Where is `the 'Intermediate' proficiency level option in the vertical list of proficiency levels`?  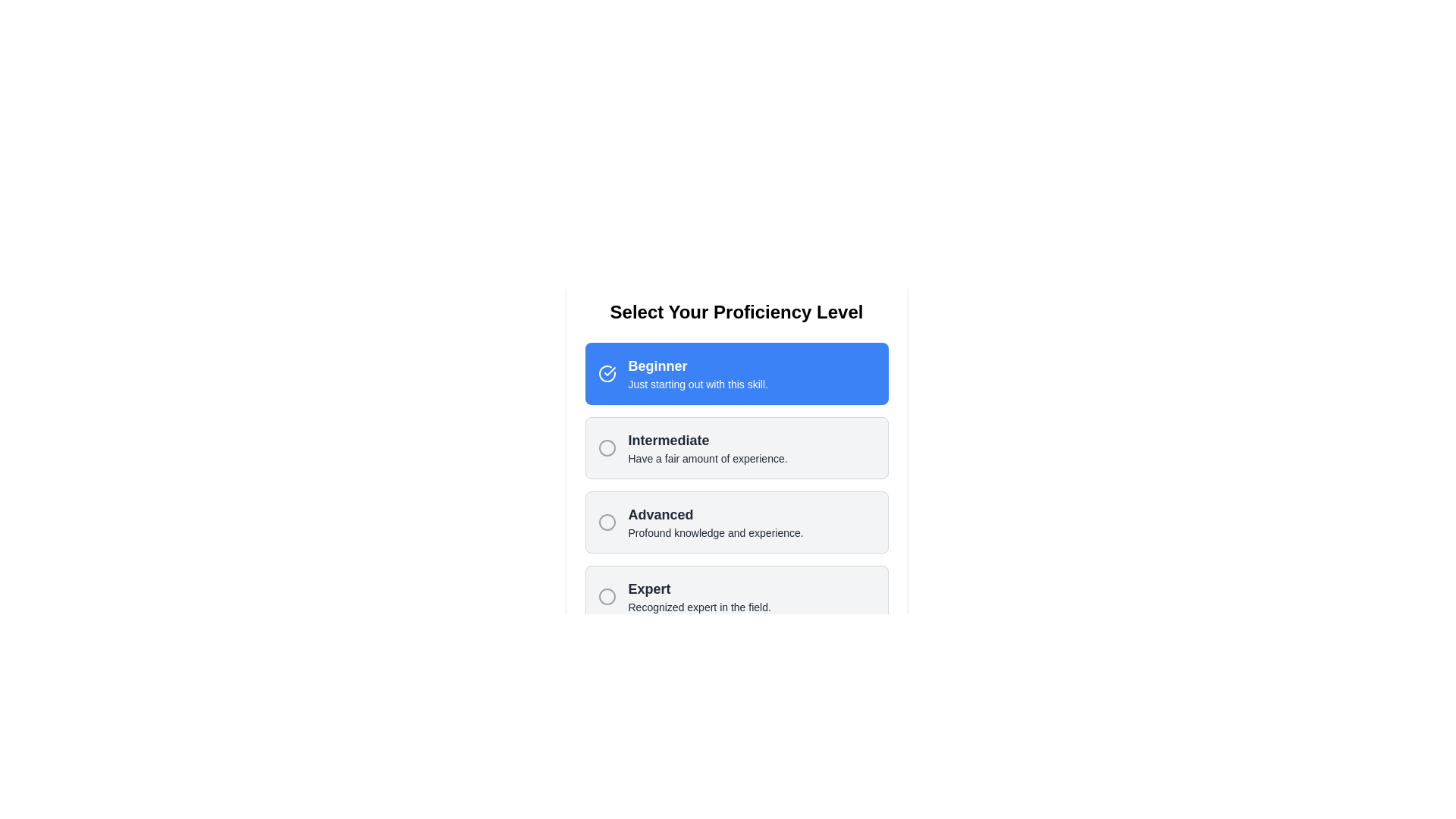 the 'Intermediate' proficiency level option in the vertical list of proficiency levels is located at coordinates (707, 447).